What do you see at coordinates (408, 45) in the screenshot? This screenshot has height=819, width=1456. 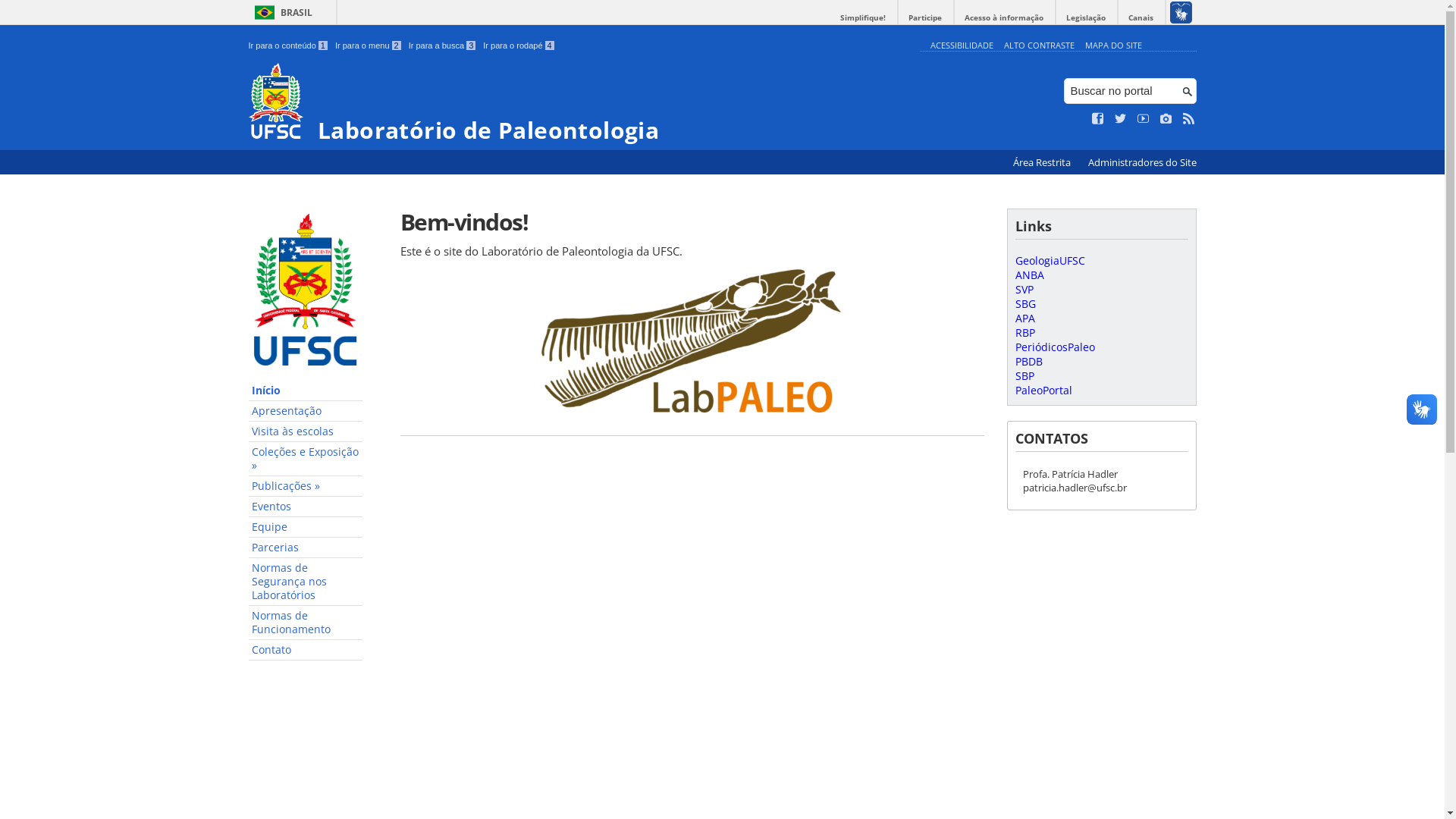 I see `'Ir para a busca 3'` at bounding box center [408, 45].